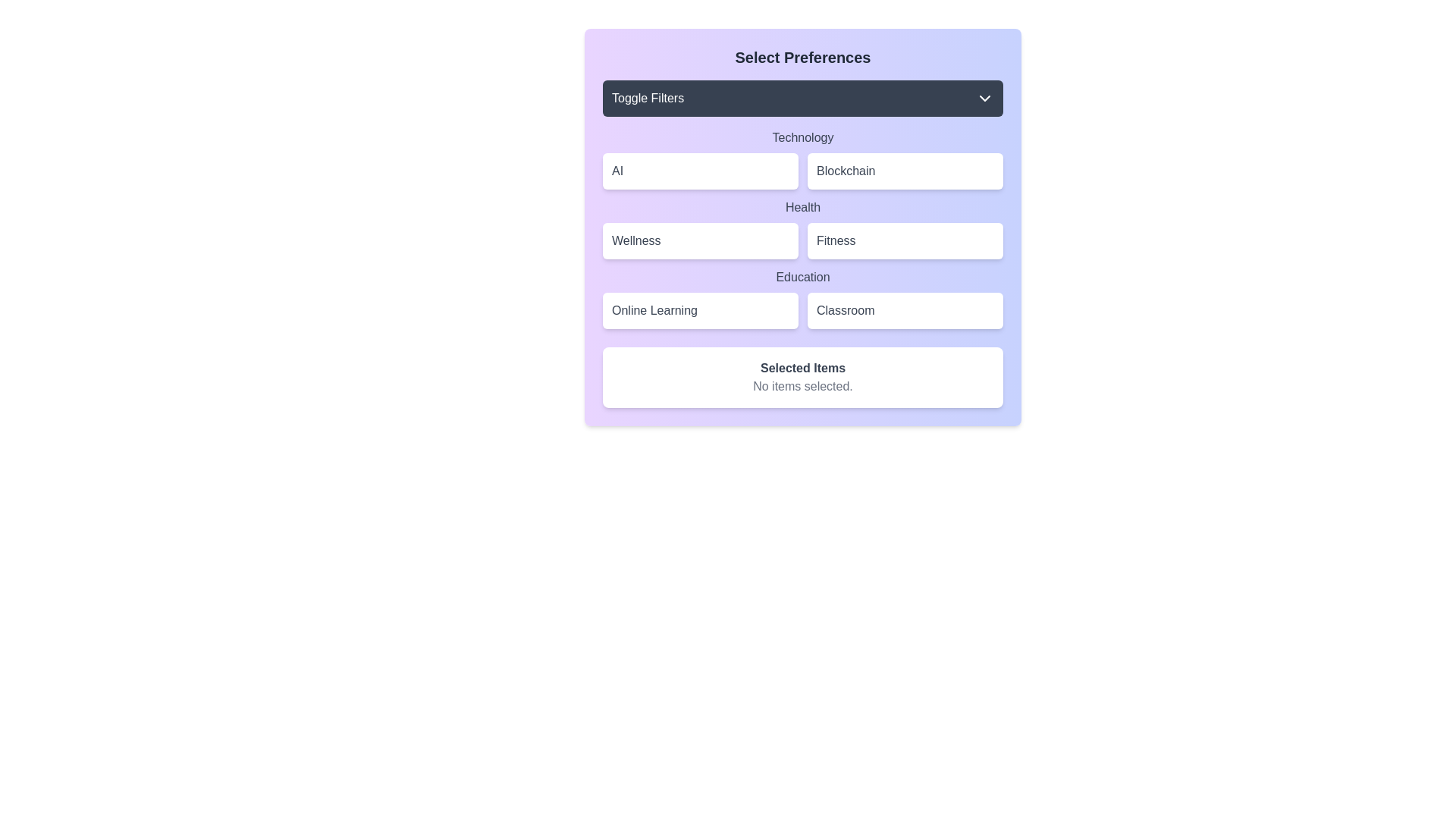  Describe the element at coordinates (802, 298) in the screenshot. I see `the selector element for subcategories under 'Education' which includes the buttons 'Online Learning' and 'Classroom'` at that location.